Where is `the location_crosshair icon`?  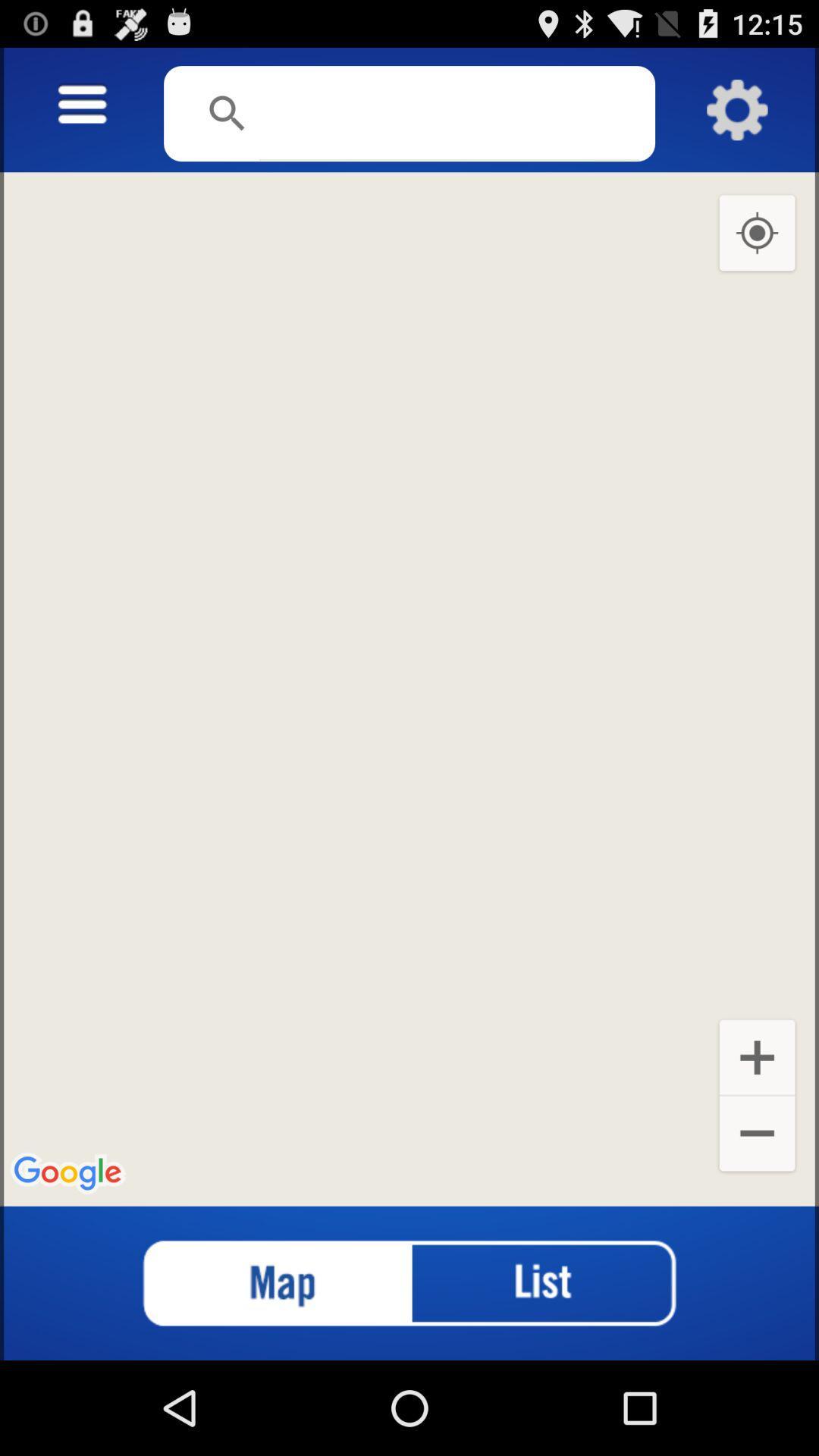
the location_crosshair icon is located at coordinates (757, 250).